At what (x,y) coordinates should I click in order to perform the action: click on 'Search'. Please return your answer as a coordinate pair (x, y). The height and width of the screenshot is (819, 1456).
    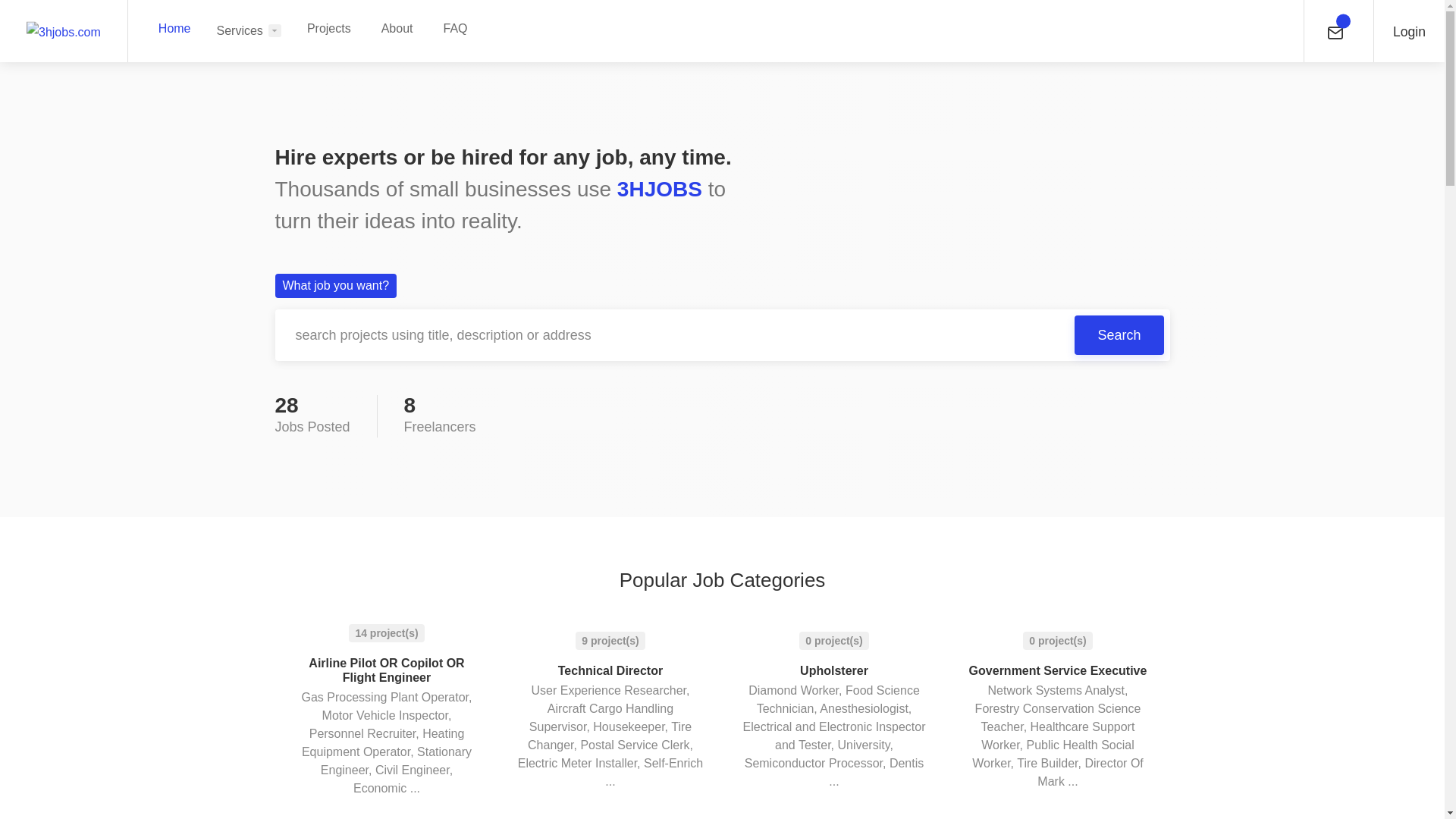
    Looking at the image, I should click on (1119, 334).